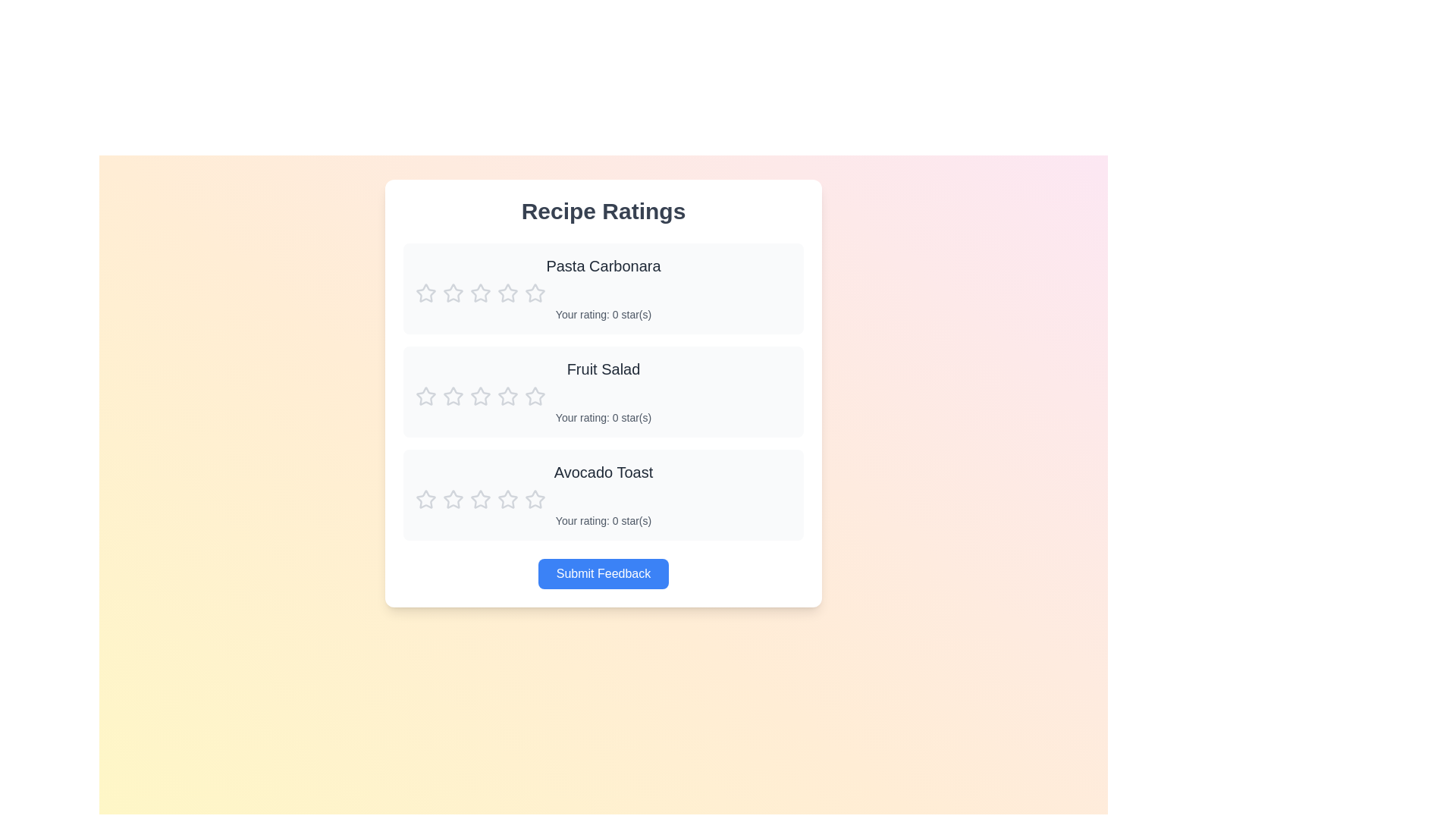 The image size is (1456, 819). Describe the element at coordinates (603, 396) in the screenshot. I see `over the stars in the 'Fruit Salad' rating widget` at that location.